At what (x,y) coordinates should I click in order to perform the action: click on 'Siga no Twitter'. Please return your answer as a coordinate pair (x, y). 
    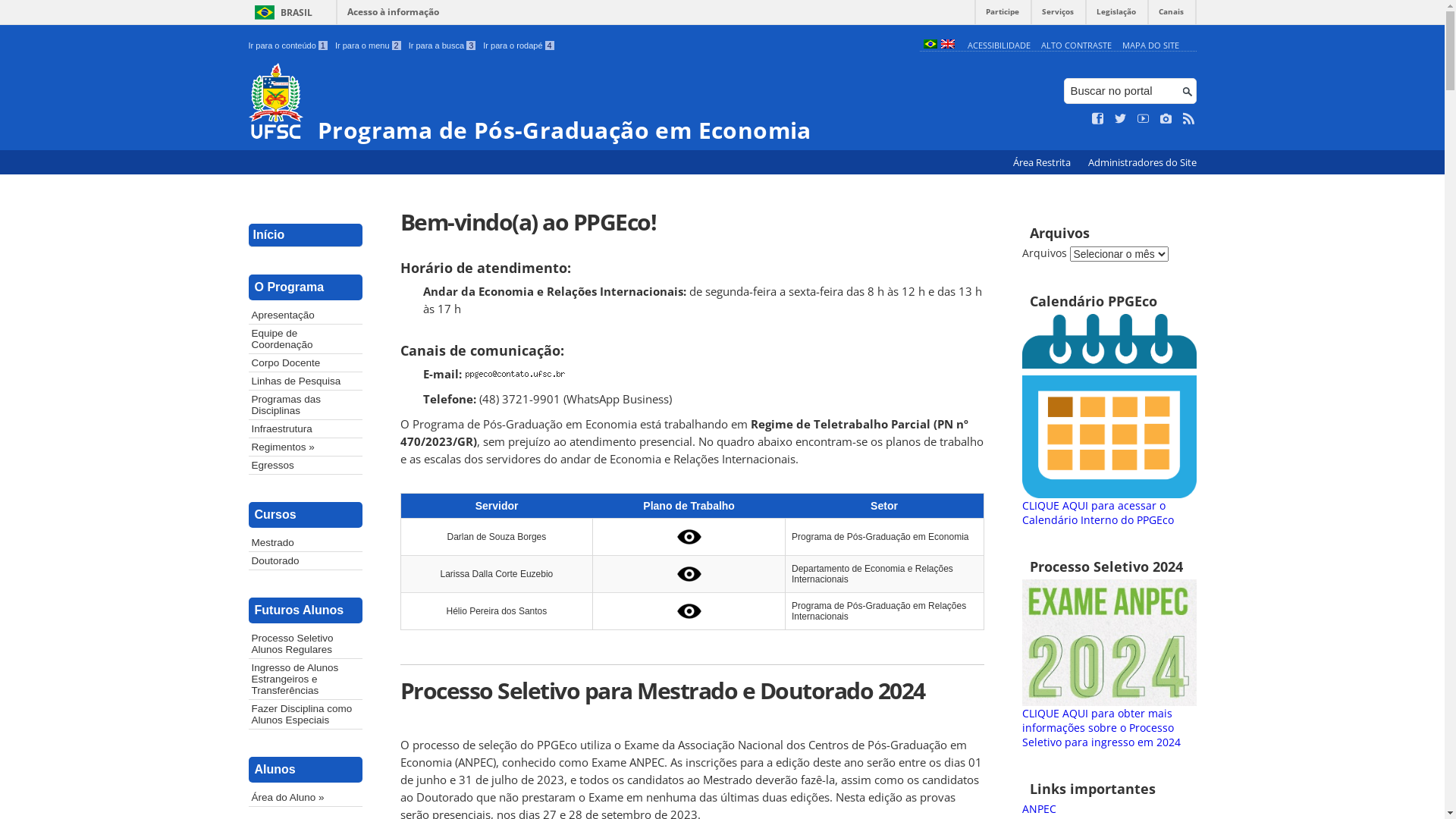
    Looking at the image, I should click on (1121, 118).